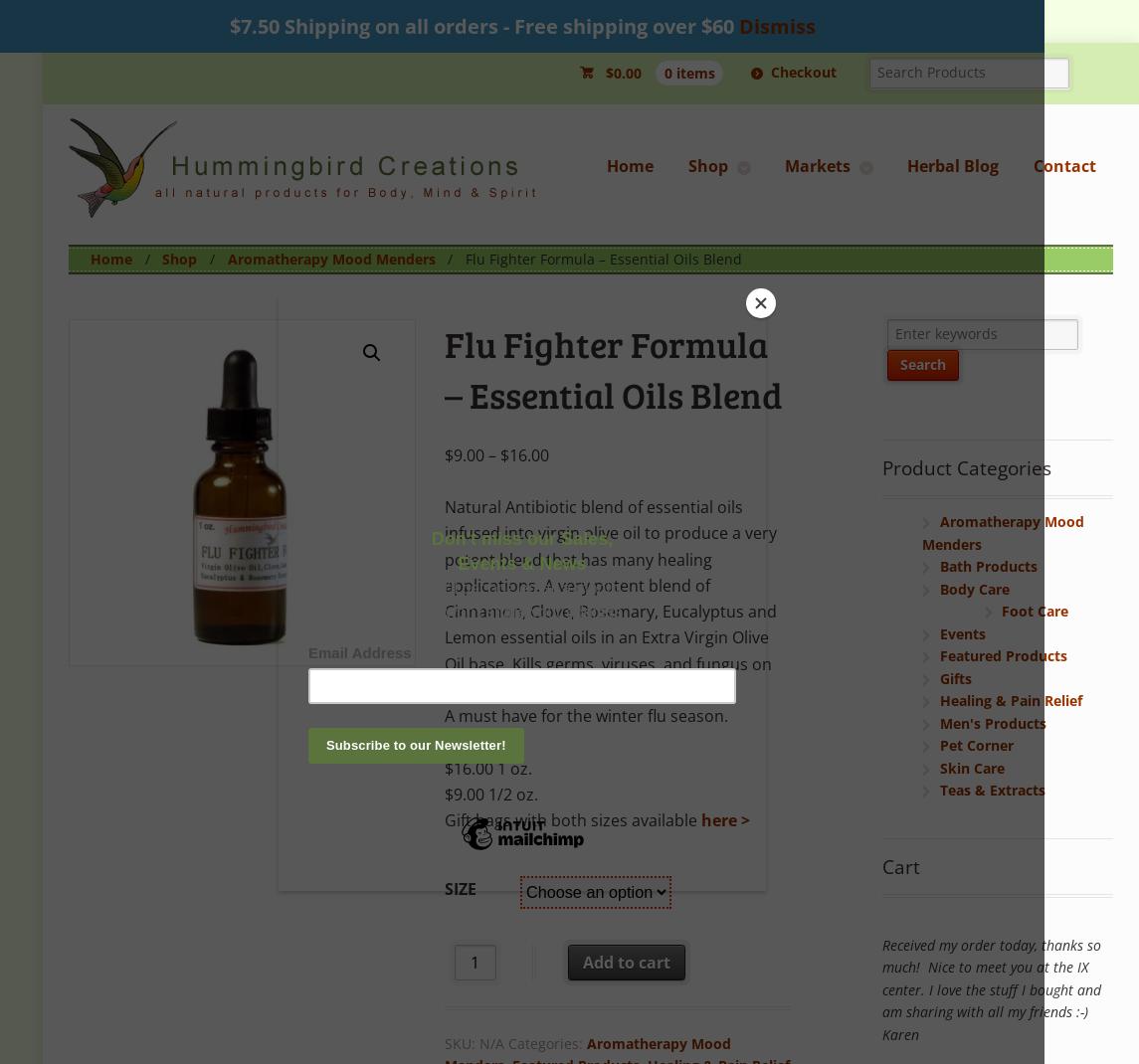 The height and width of the screenshot is (1064, 1139). What do you see at coordinates (687, 71) in the screenshot?
I see `'0 items'` at bounding box center [687, 71].